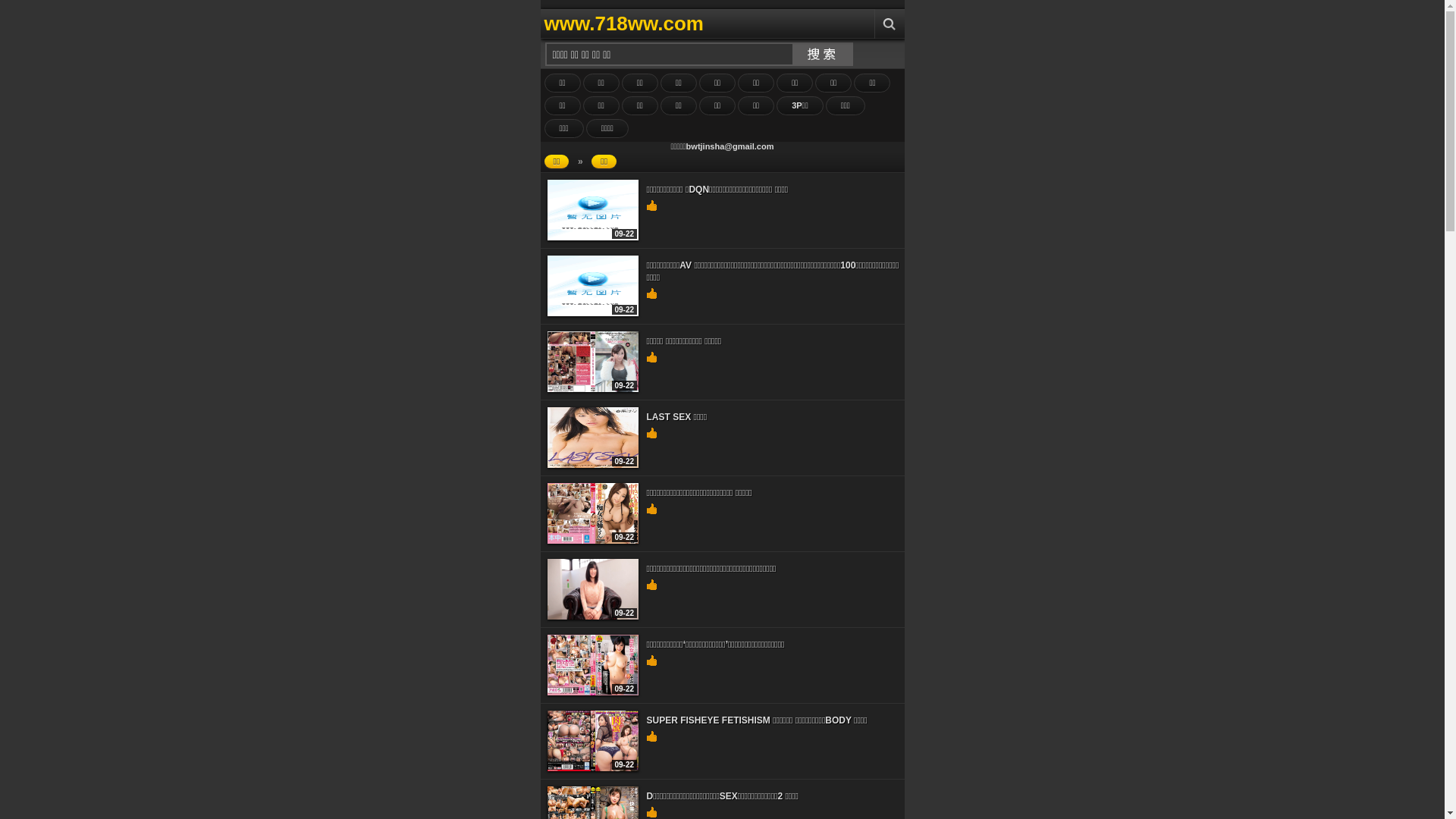 Image resolution: width=1456 pixels, height=819 pixels. Describe the element at coordinates (695, 24) in the screenshot. I see `'www.718ww.com'` at that location.